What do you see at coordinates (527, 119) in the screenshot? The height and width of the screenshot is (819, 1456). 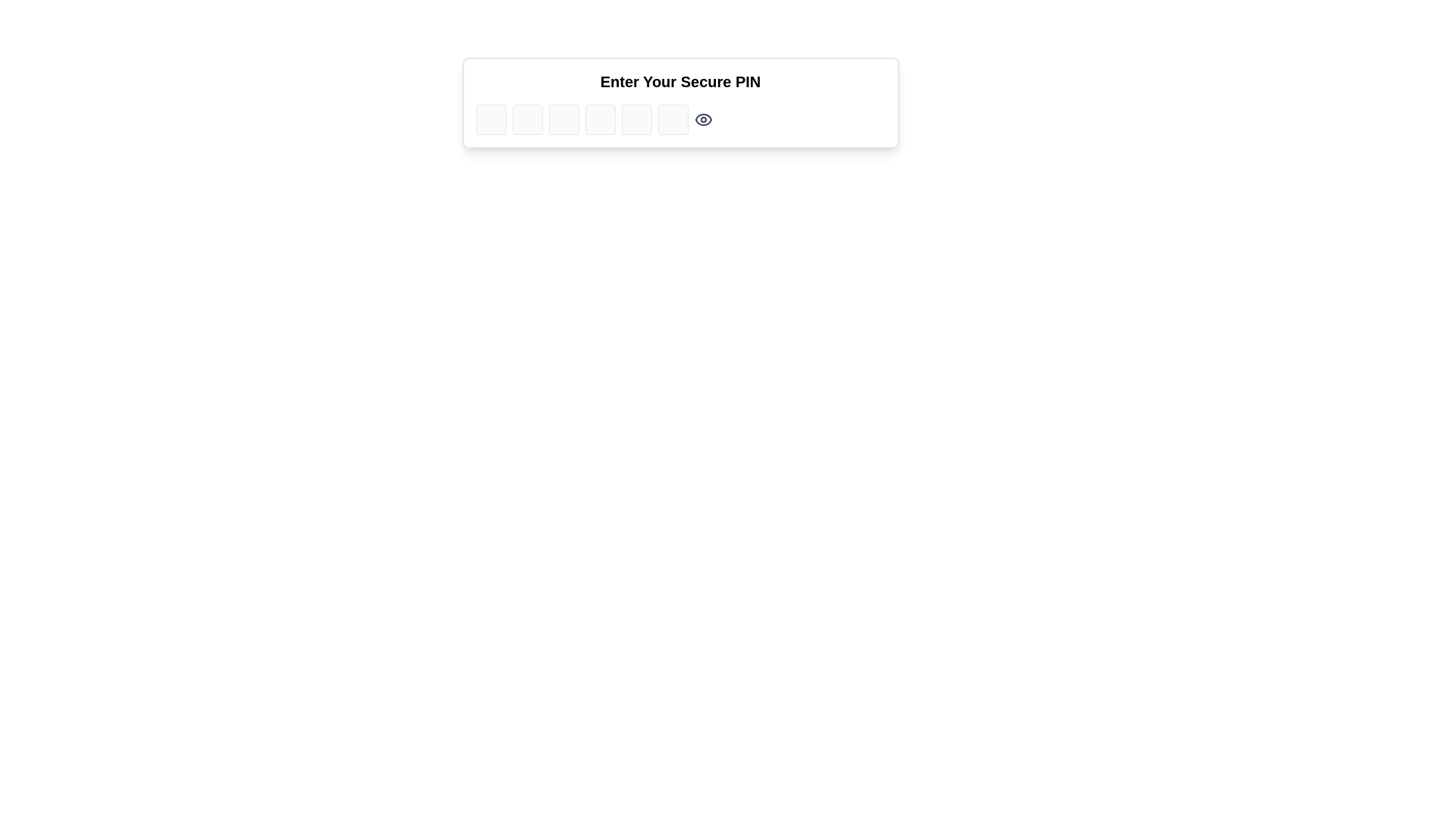 I see `the second input box in the row of six password input fields to focus on it for entering a secure PIN` at bounding box center [527, 119].